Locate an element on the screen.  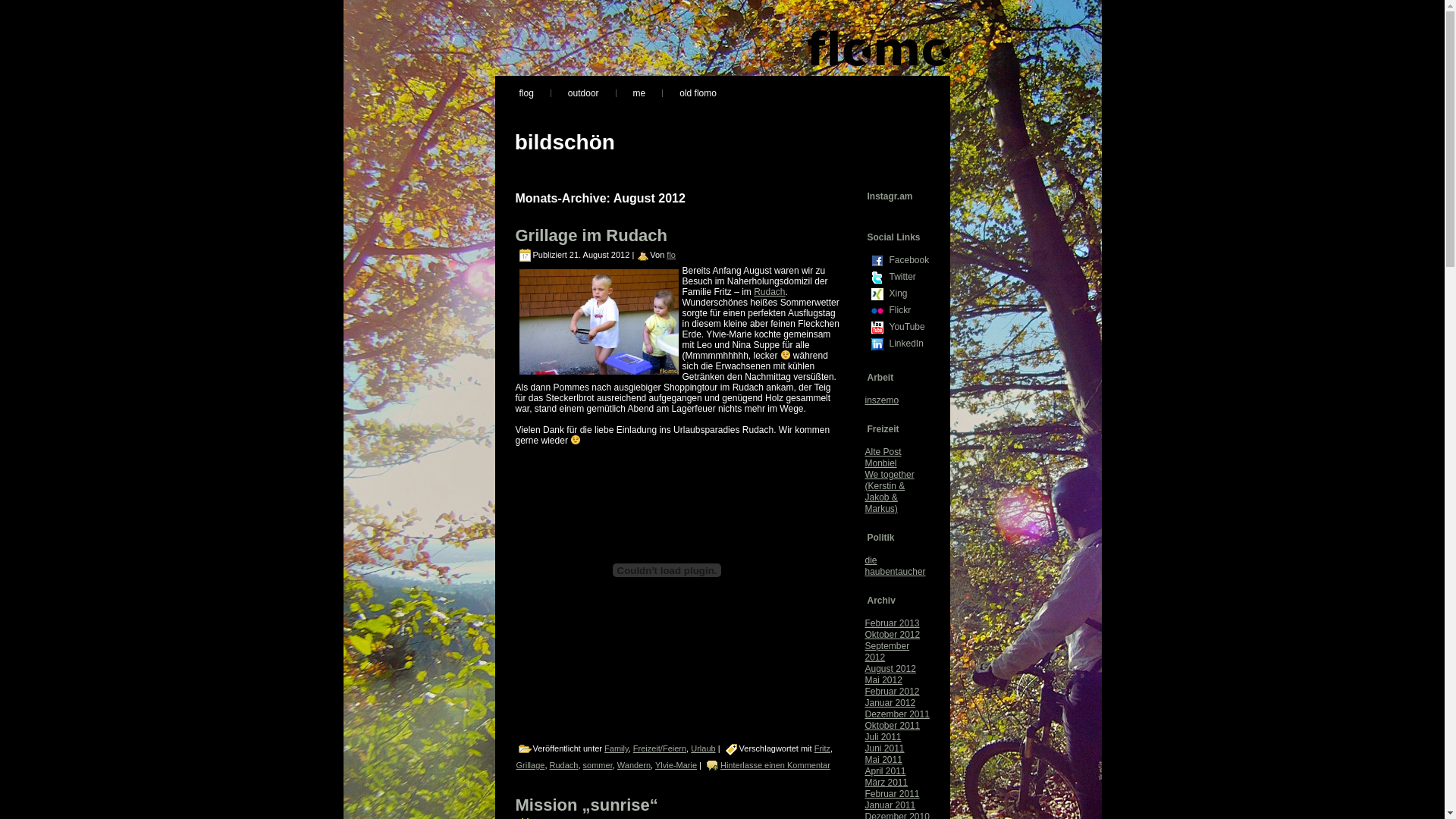
'inszemo' is located at coordinates (864, 400).